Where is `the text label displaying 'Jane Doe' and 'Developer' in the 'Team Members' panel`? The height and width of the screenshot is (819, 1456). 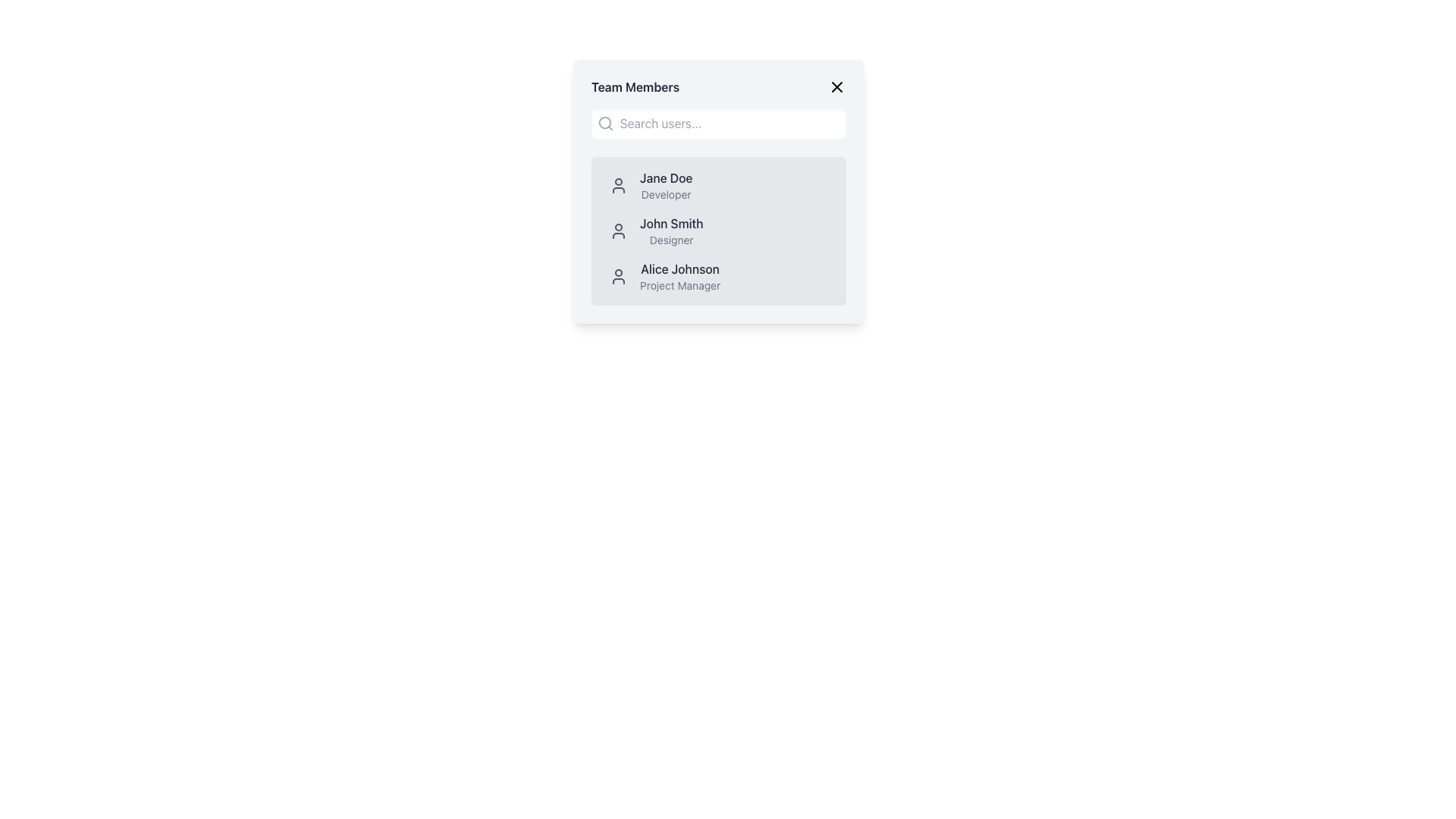
the text label displaying 'Jane Doe' and 'Developer' in the 'Team Members' panel is located at coordinates (666, 185).